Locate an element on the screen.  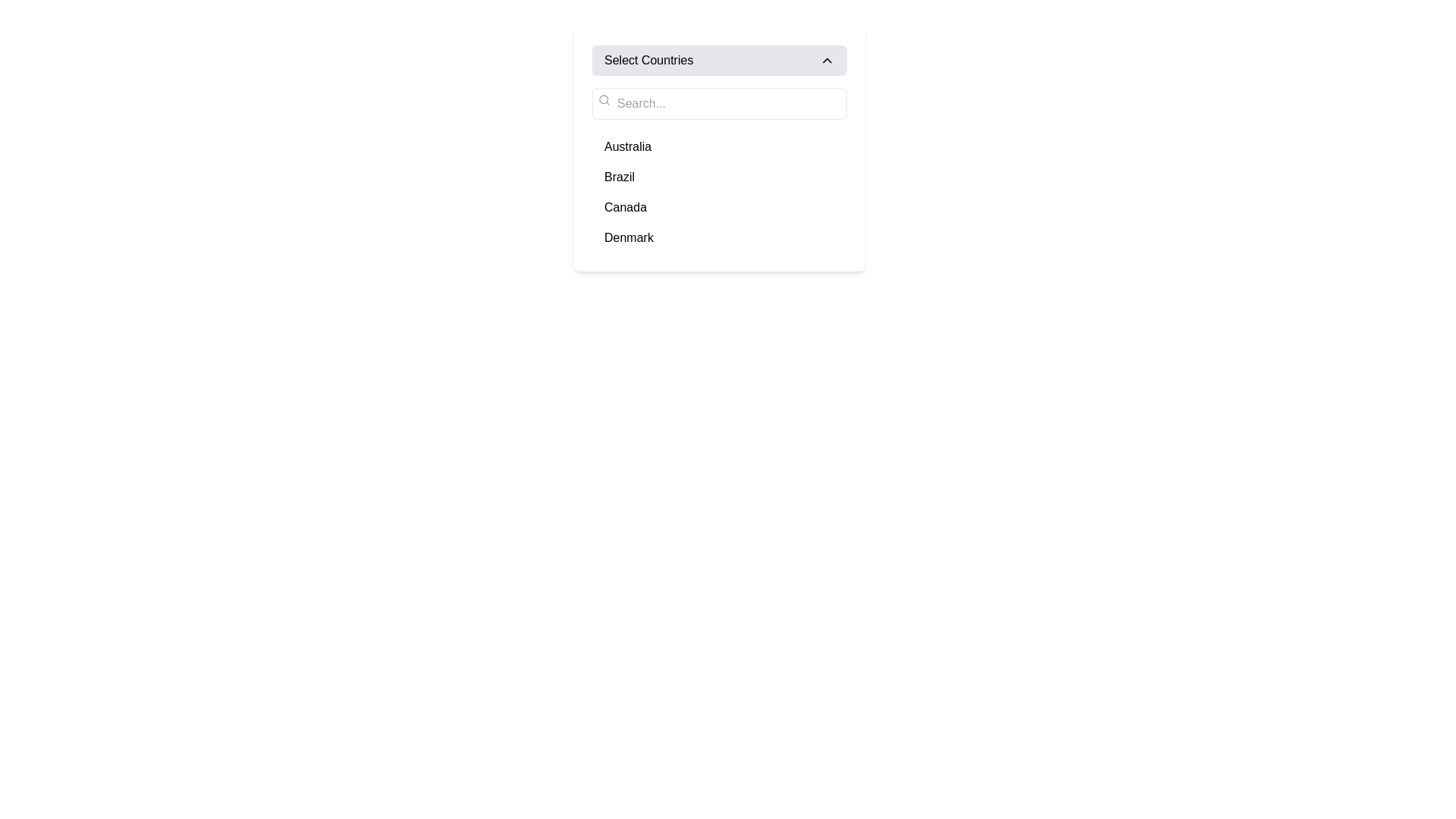
the decorative SVG circle that represents the search functionality in the input field aligned with the placeholder text 'Search...' is located at coordinates (603, 99).